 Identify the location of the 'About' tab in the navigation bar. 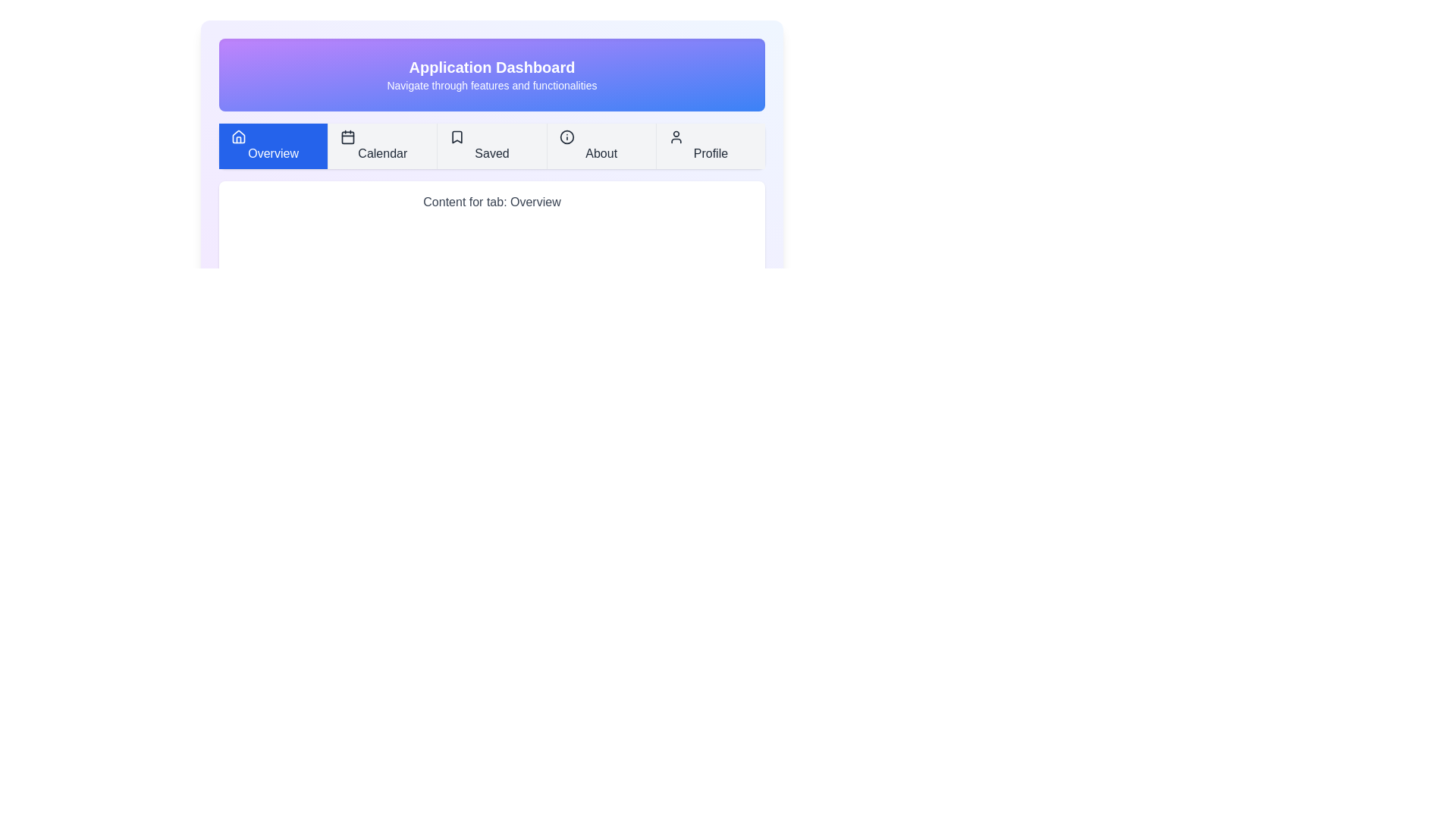
(601, 153).